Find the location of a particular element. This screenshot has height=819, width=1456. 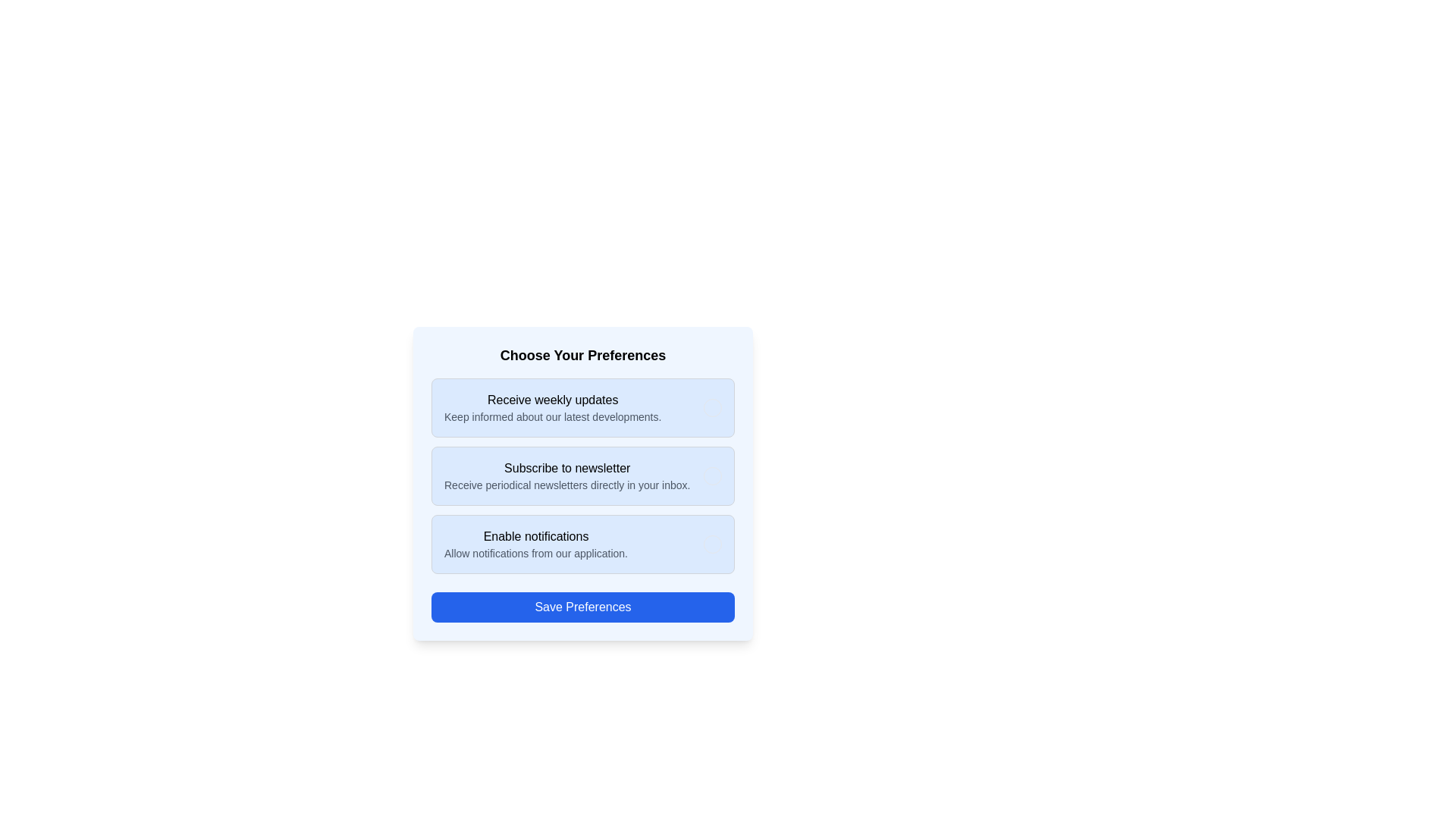

the 'Save Preferences' button to submit the selected options is located at coordinates (582, 607).